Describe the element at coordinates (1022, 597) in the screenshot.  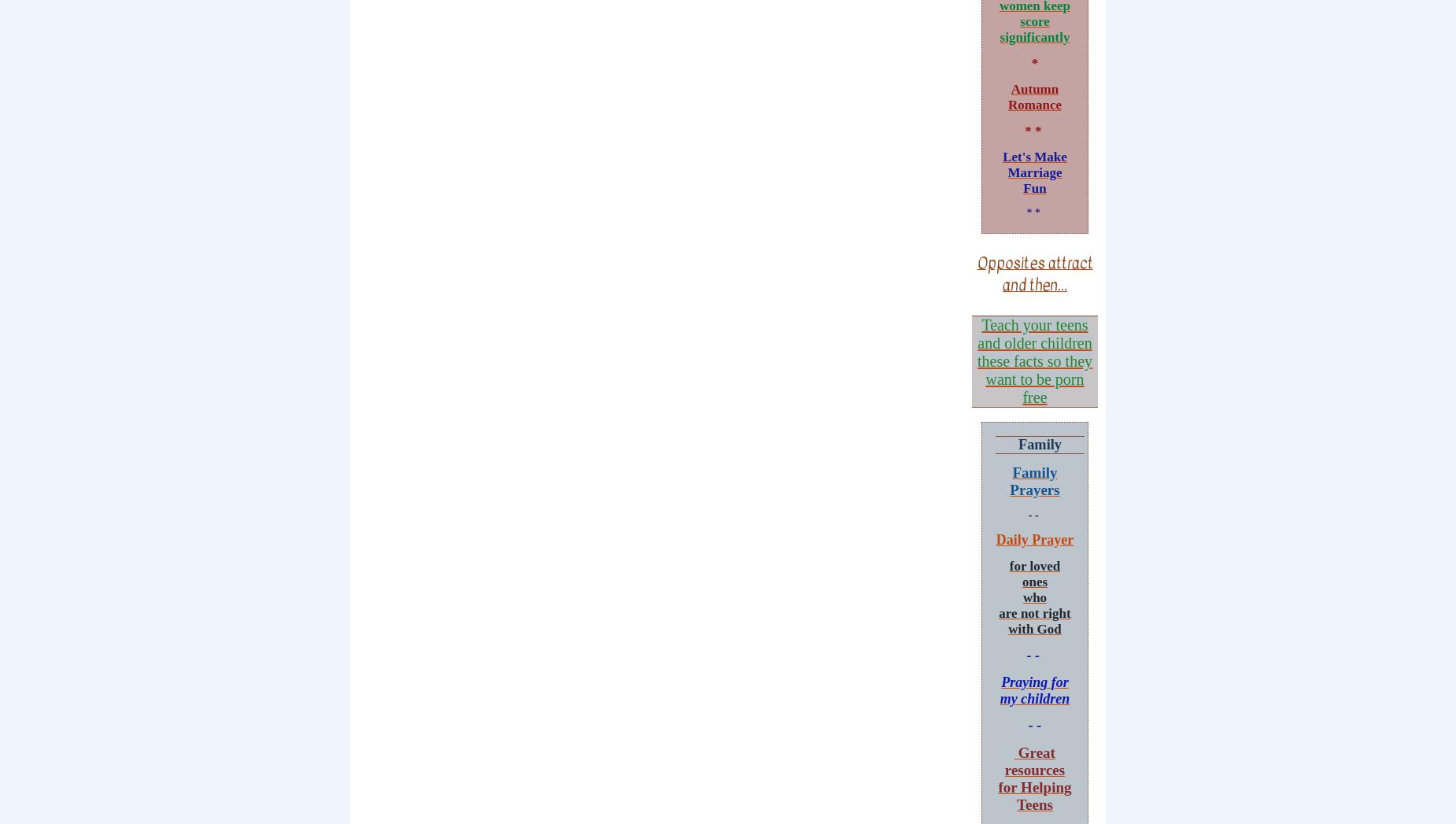
I see `'who'` at that location.